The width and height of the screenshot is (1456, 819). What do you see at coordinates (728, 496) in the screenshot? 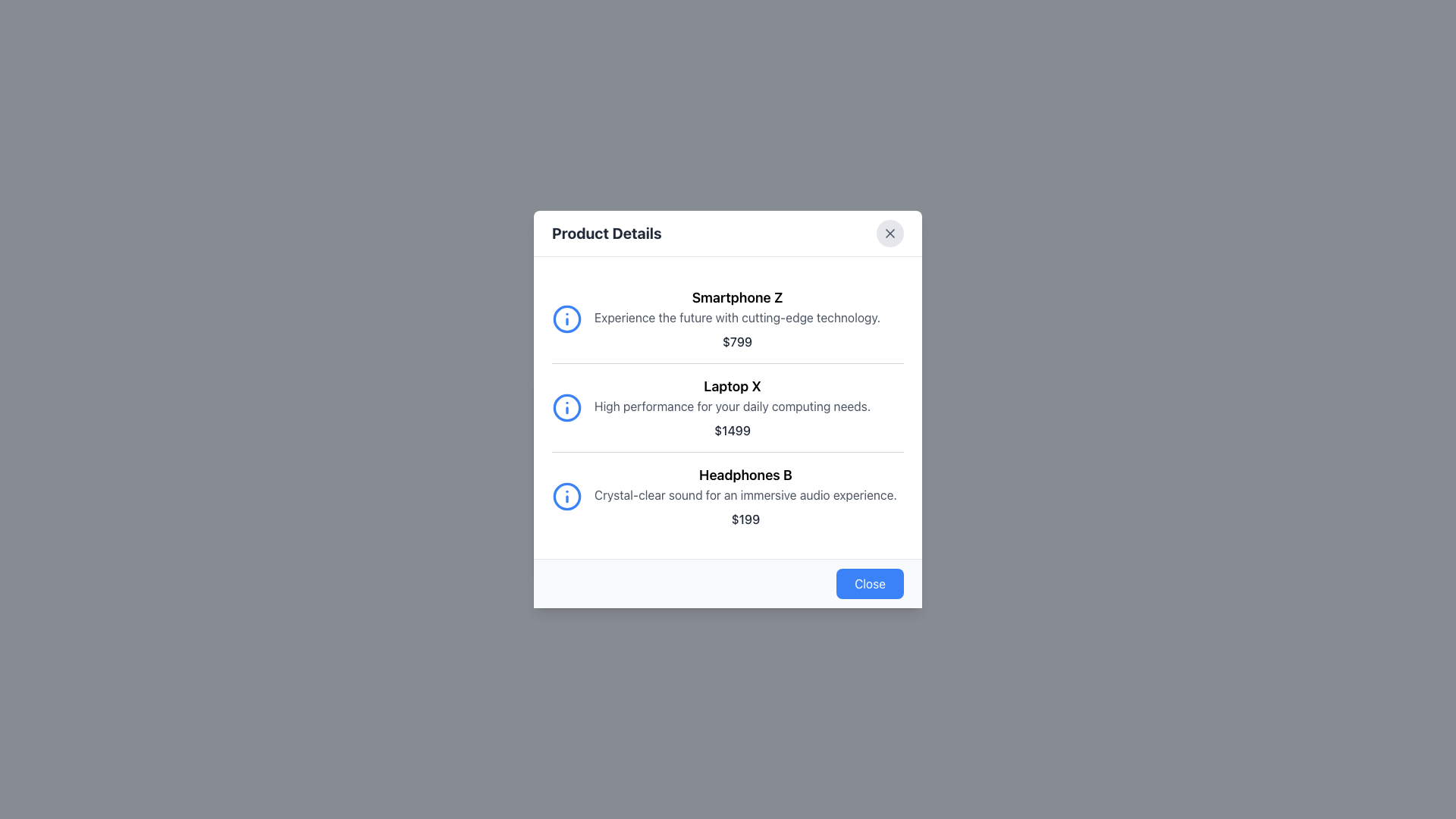
I see `the third product entry in the 'Product Details' modal window, which includes the product's name, description, and price information` at bounding box center [728, 496].